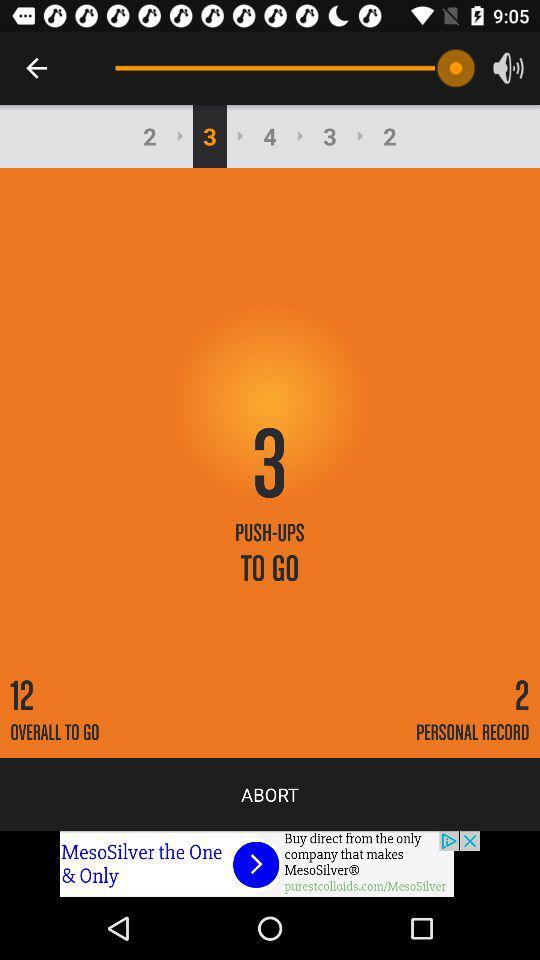 The height and width of the screenshot is (960, 540). Describe the element at coordinates (270, 863) in the screenshot. I see `autoplay option` at that location.